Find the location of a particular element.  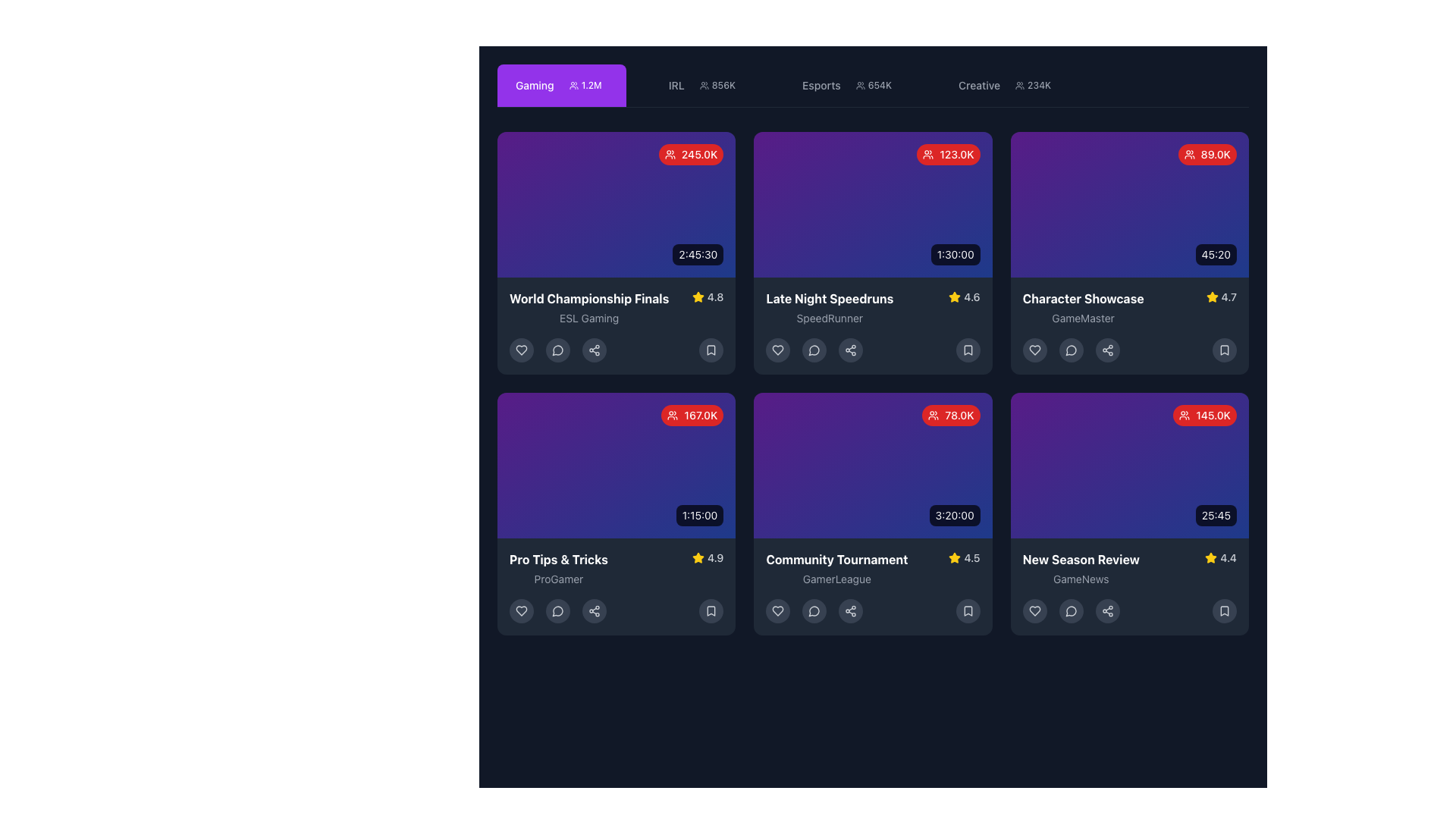

the circular button with a dark gray background and a share symbol icon located in the 'Character Showcase' card is located at coordinates (1107, 350).